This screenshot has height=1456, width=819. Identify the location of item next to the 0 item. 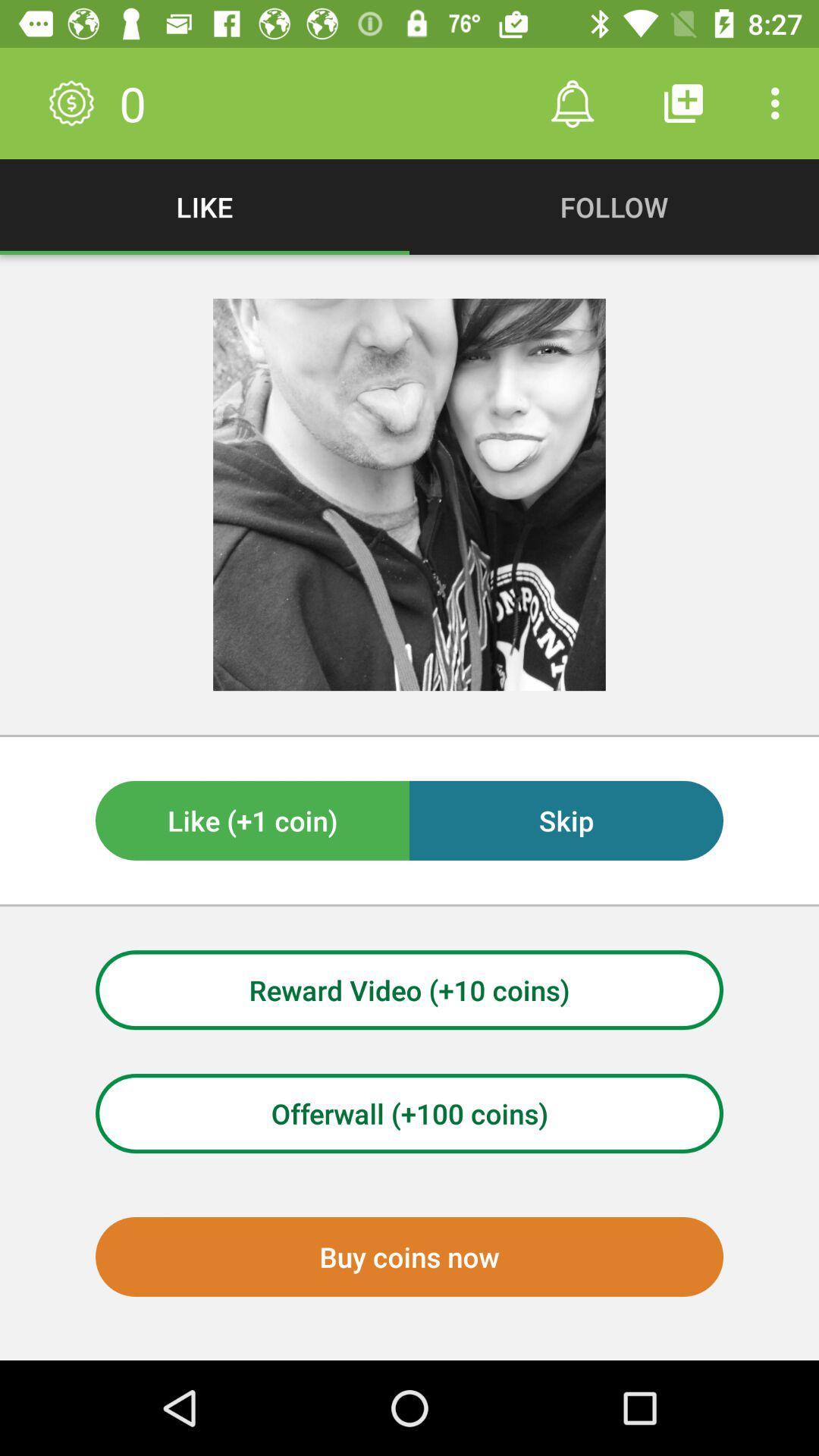
(572, 102).